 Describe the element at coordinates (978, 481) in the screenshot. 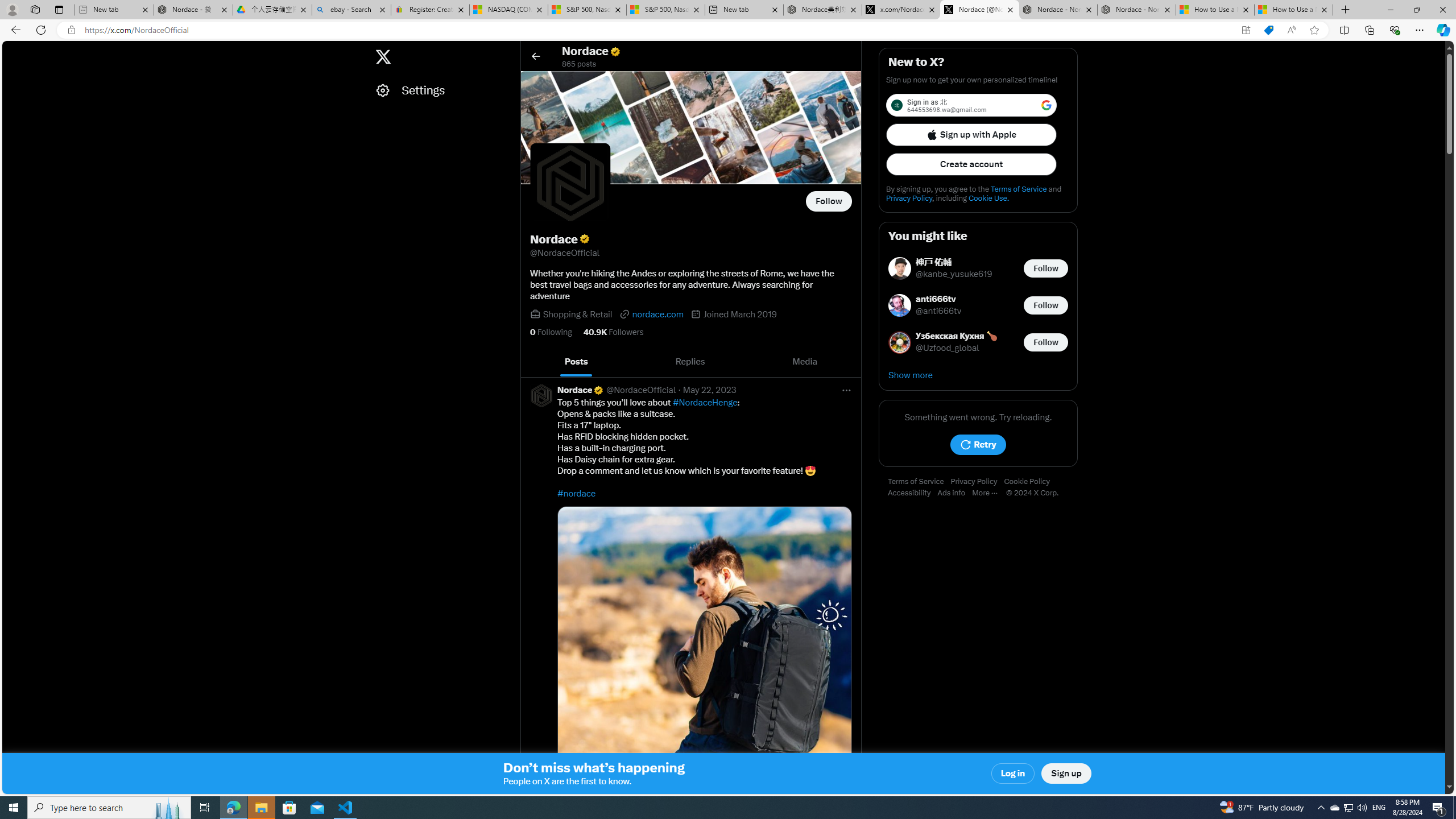

I see `'Privacy Policy'` at that location.